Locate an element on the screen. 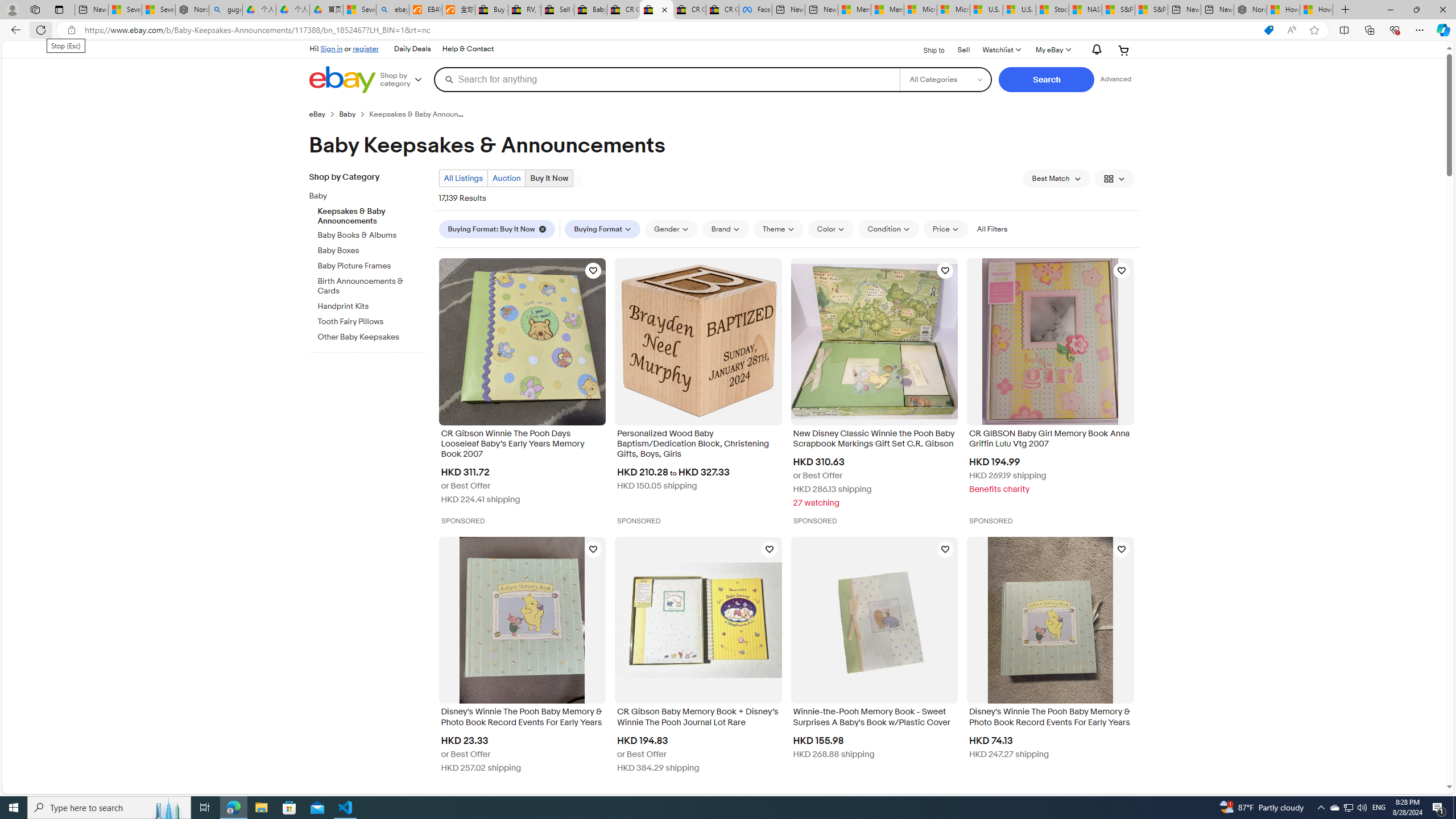  'Handprint Kits' is located at coordinates (371, 303).